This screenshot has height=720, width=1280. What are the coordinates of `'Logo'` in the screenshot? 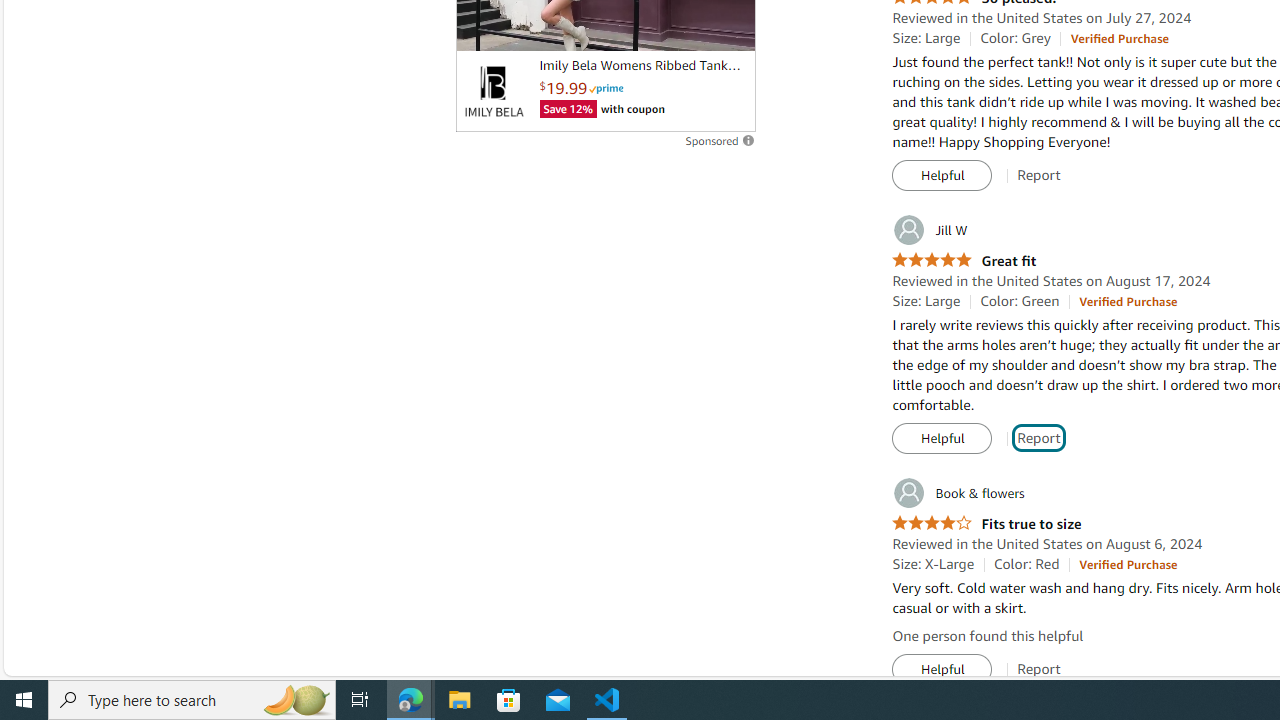 It's located at (493, 91).